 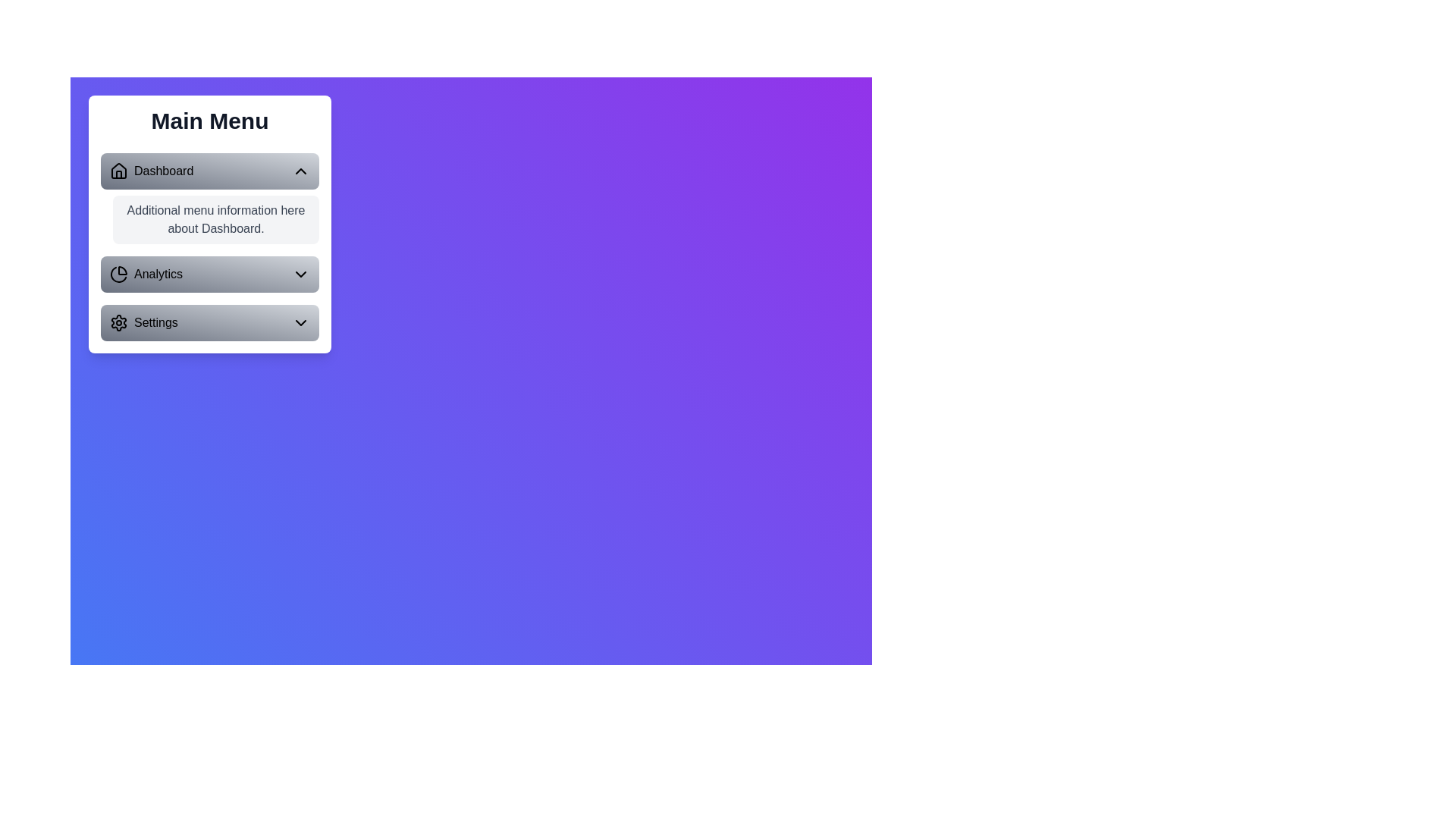 What do you see at coordinates (118, 322) in the screenshot?
I see `the 'Settings' icon located at the bottom of the main navigation menu` at bounding box center [118, 322].